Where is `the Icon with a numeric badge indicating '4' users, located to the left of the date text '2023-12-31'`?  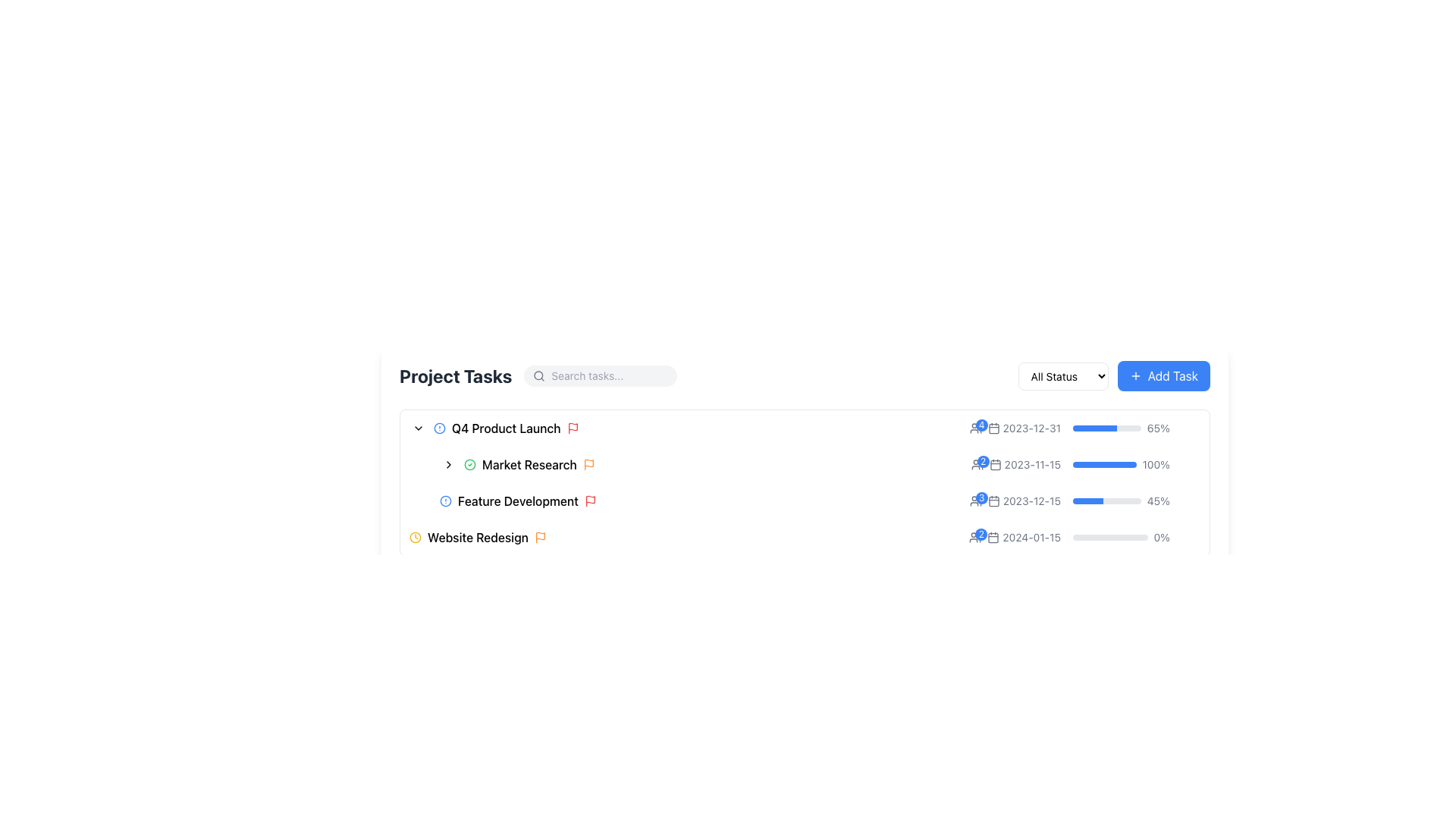
the Icon with a numeric badge indicating '4' users, located to the left of the date text '2023-12-31' is located at coordinates (975, 428).